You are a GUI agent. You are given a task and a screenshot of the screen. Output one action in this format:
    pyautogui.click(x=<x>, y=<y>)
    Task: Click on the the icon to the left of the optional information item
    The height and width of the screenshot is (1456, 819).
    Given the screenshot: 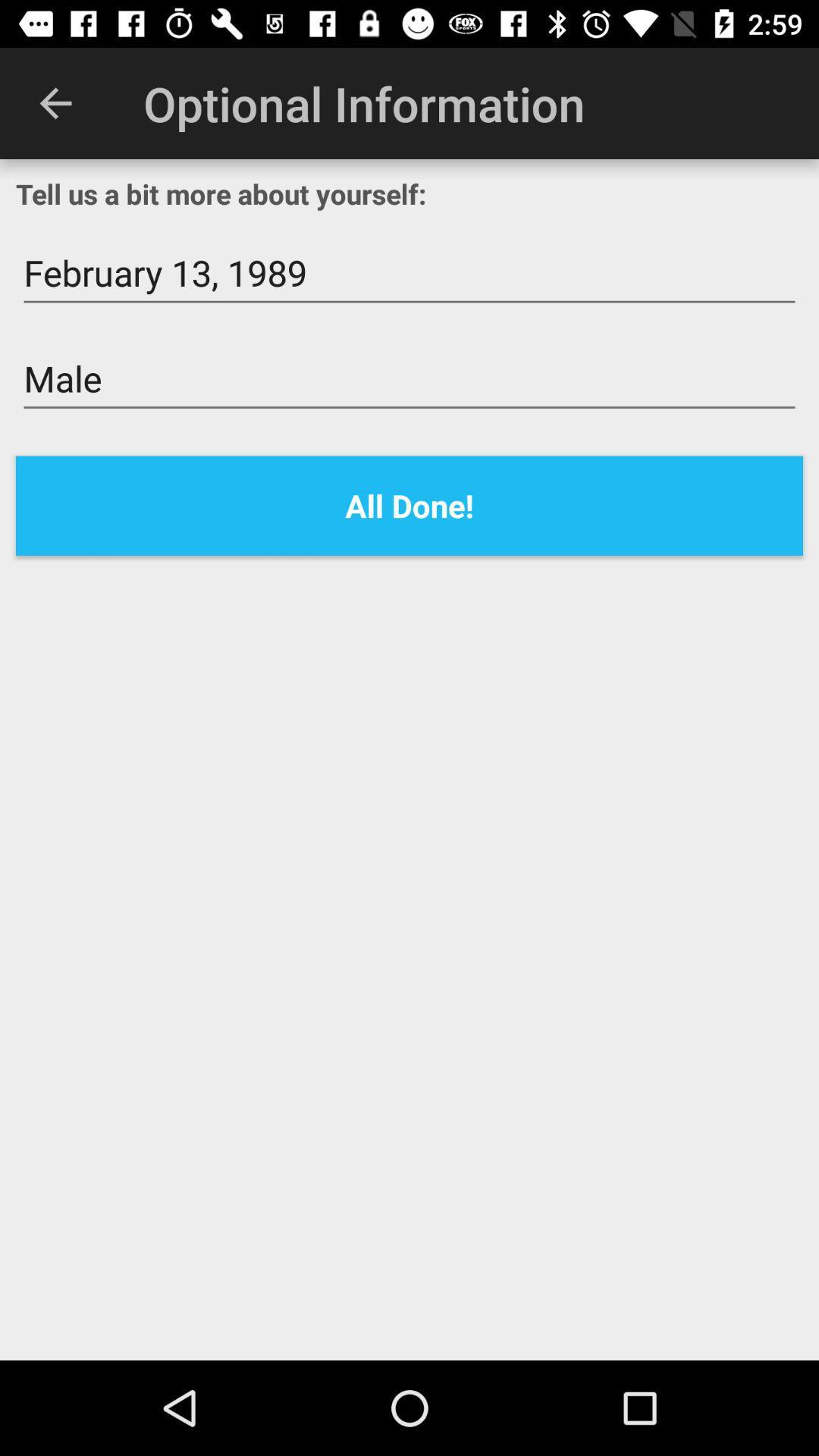 What is the action you would take?
    pyautogui.click(x=55, y=102)
    